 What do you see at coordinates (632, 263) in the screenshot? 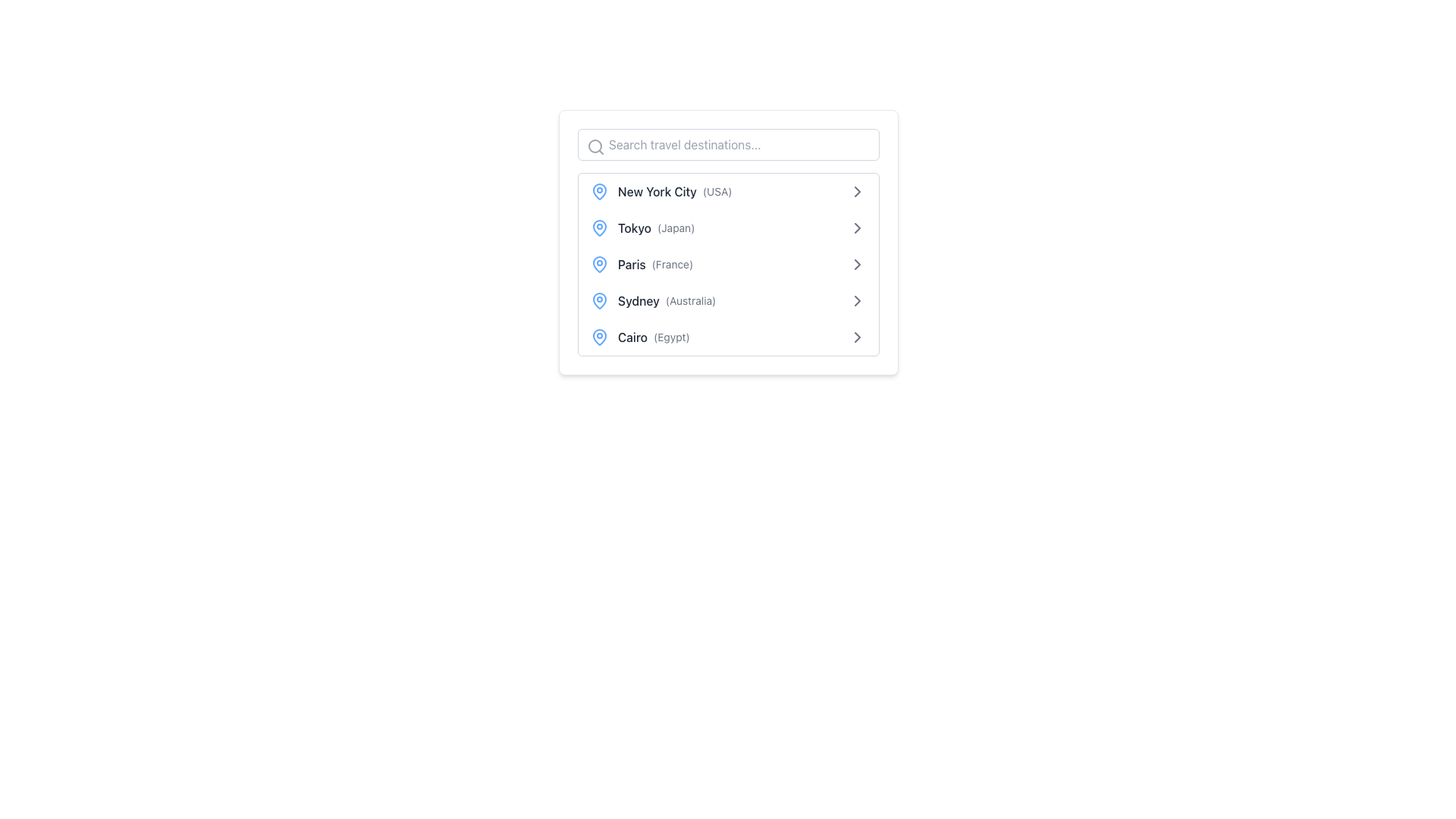
I see `the text label displaying 'Paris'` at bounding box center [632, 263].